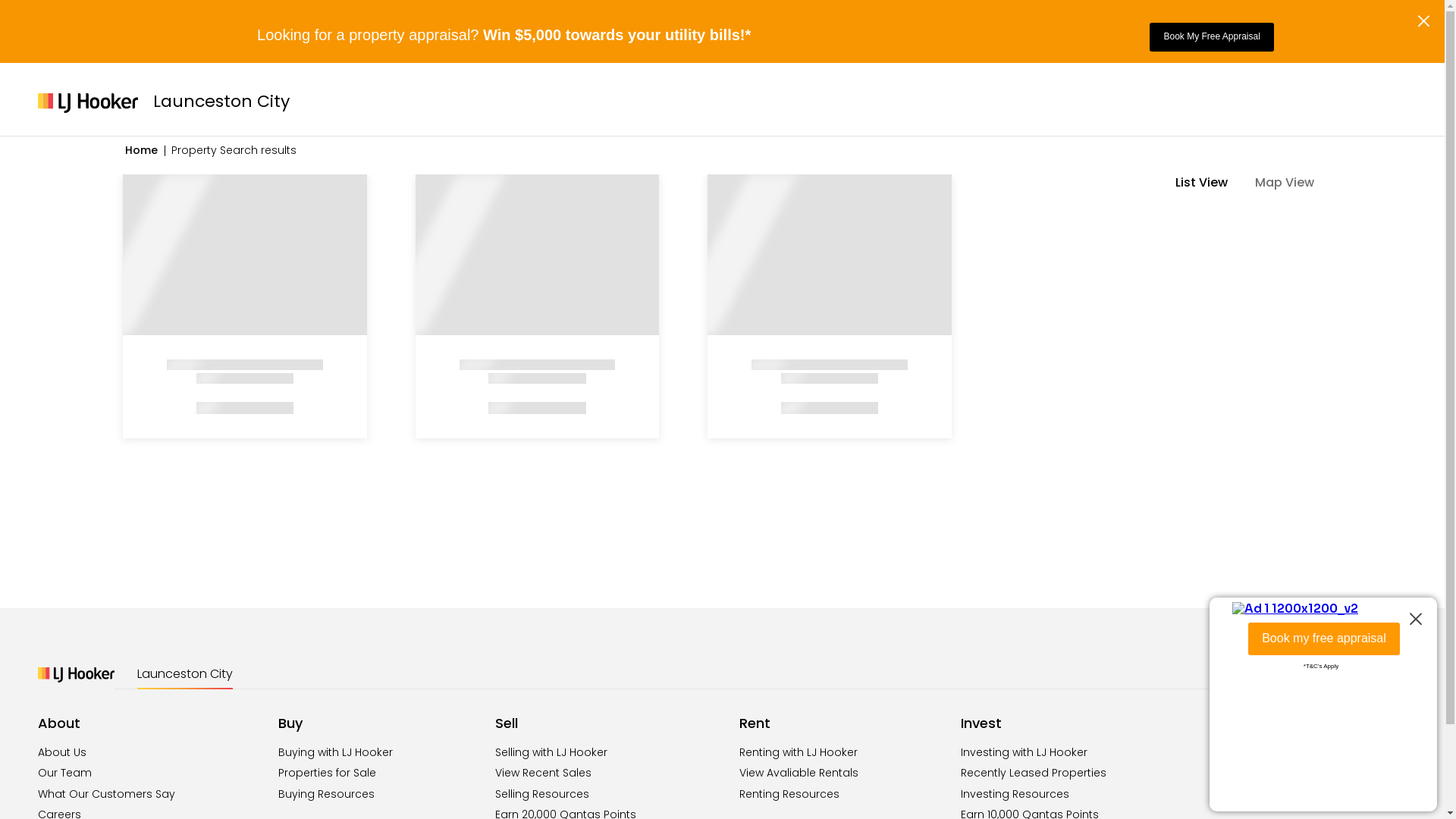 Image resolution: width=1456 pixels, height=819 pixels. What do you see at coordinates (278, 772) in the screenshot?
I see `'Properties for Sale'` at bounding box center [278, 772].